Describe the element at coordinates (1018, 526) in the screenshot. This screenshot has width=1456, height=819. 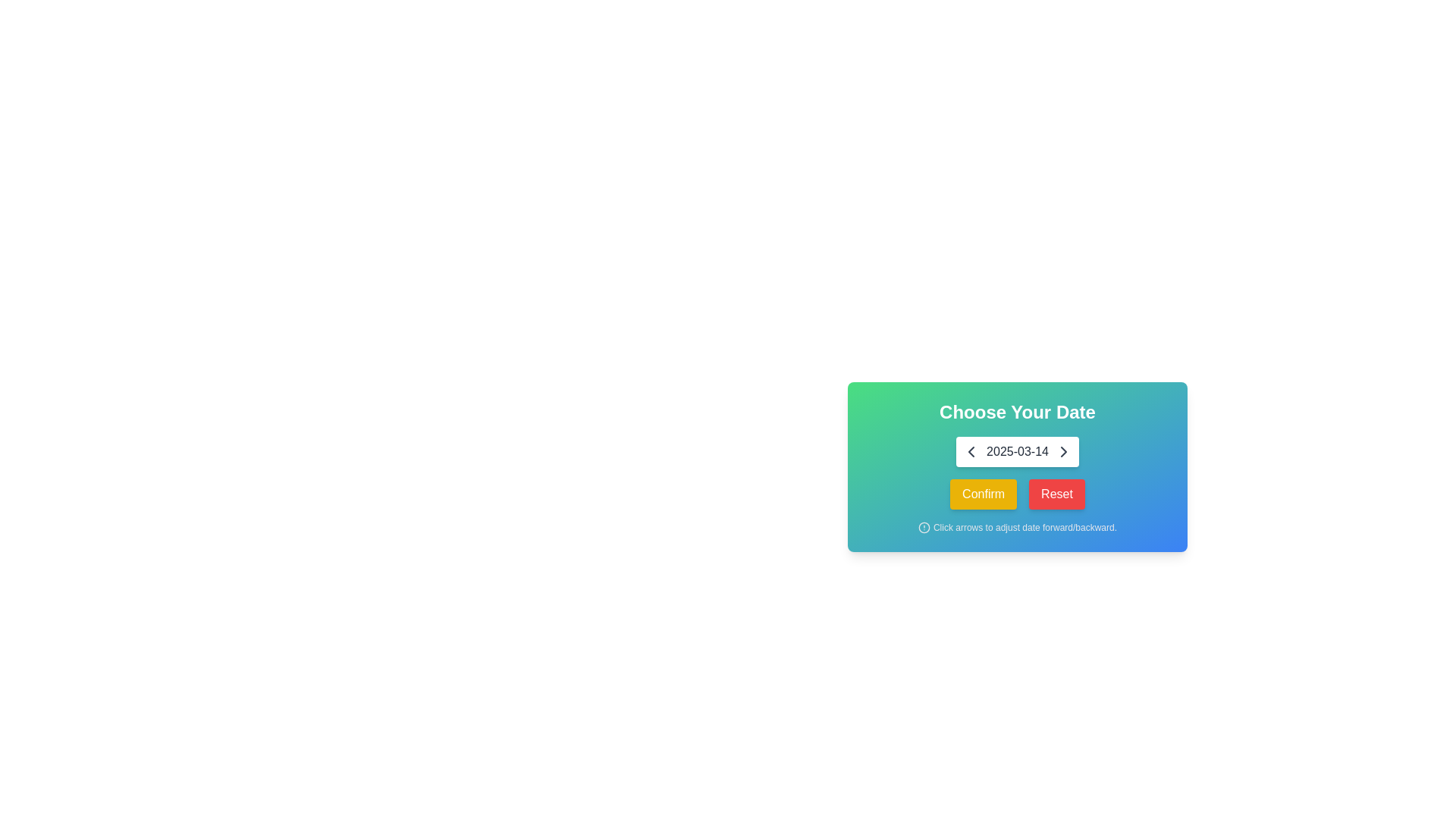
I see `the small text label with a circular icon located at the bottom of the panel, beneath the 'Confirm' and 'Reset' buttons` at that location.